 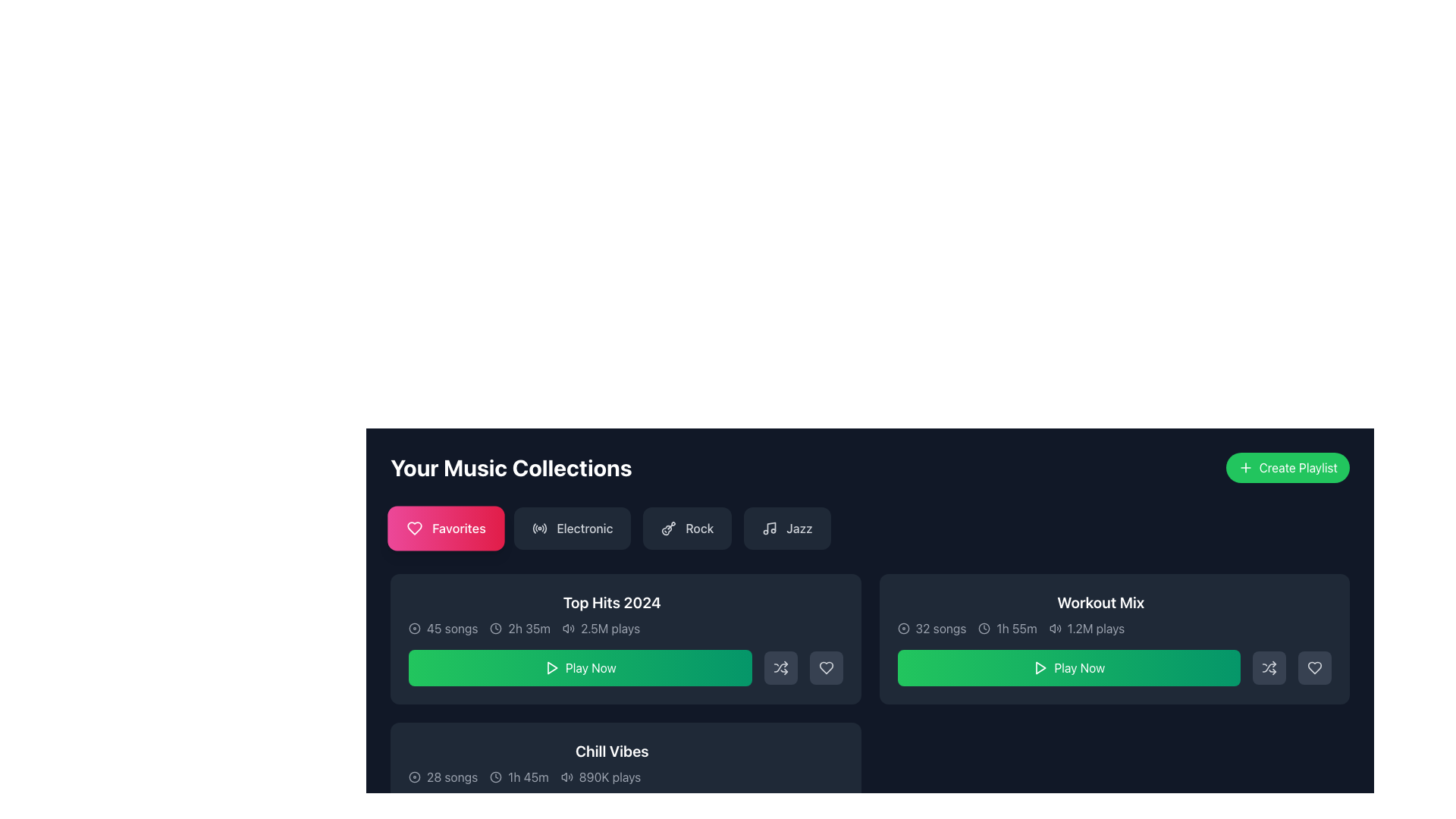 I want to click on the small speaker icon with soundwaves, located immediately to the left of the '2.5M plays' text in the 'Top Hits 2024' music card, so click(x=567, y=629).